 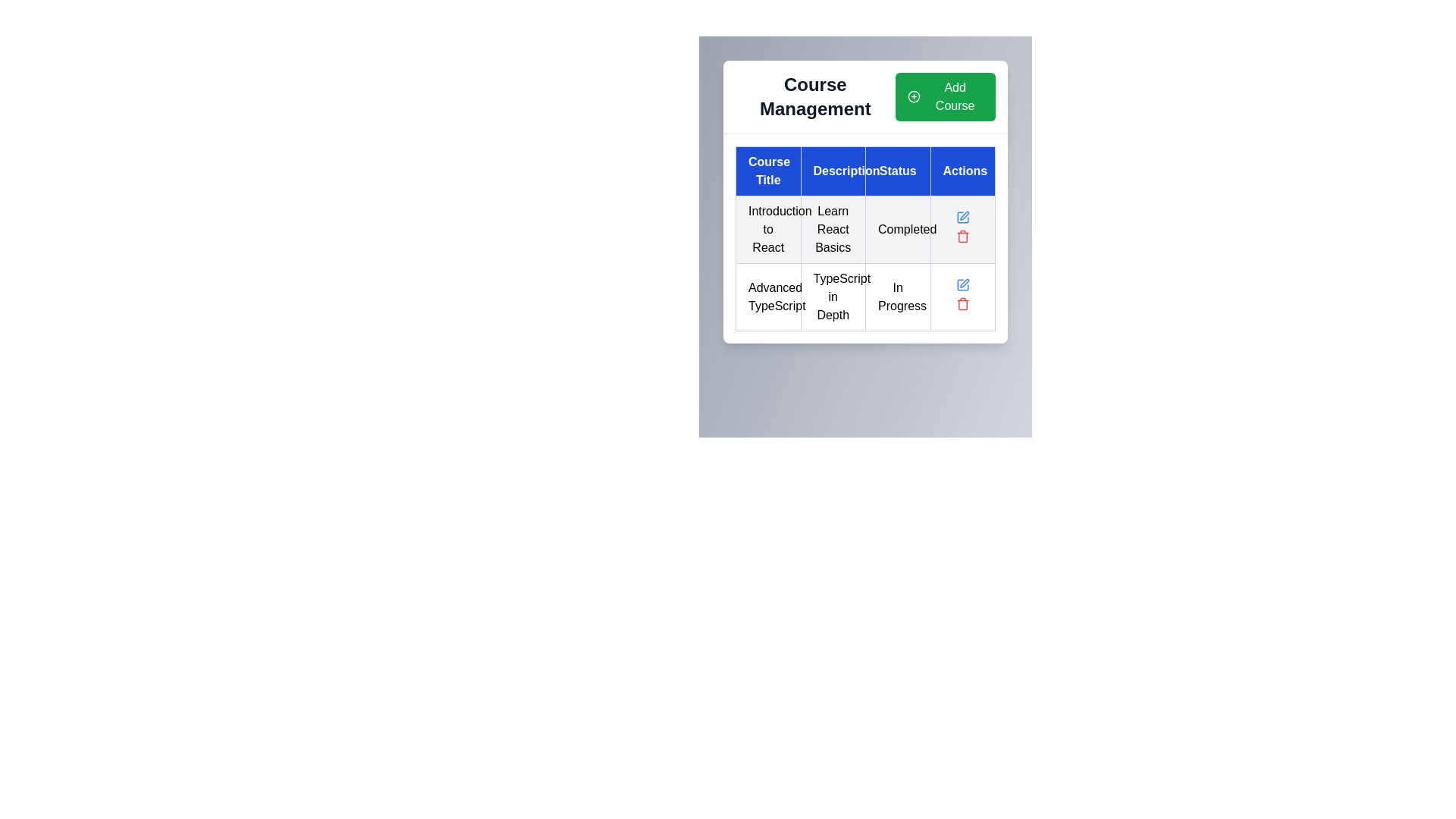 I want to click on the Table Header Cell labeled 'Description', which has a blue background and white text, positioned between 'Course Title' and 'Status' in the header row of the table, so click(x=832, y=171).